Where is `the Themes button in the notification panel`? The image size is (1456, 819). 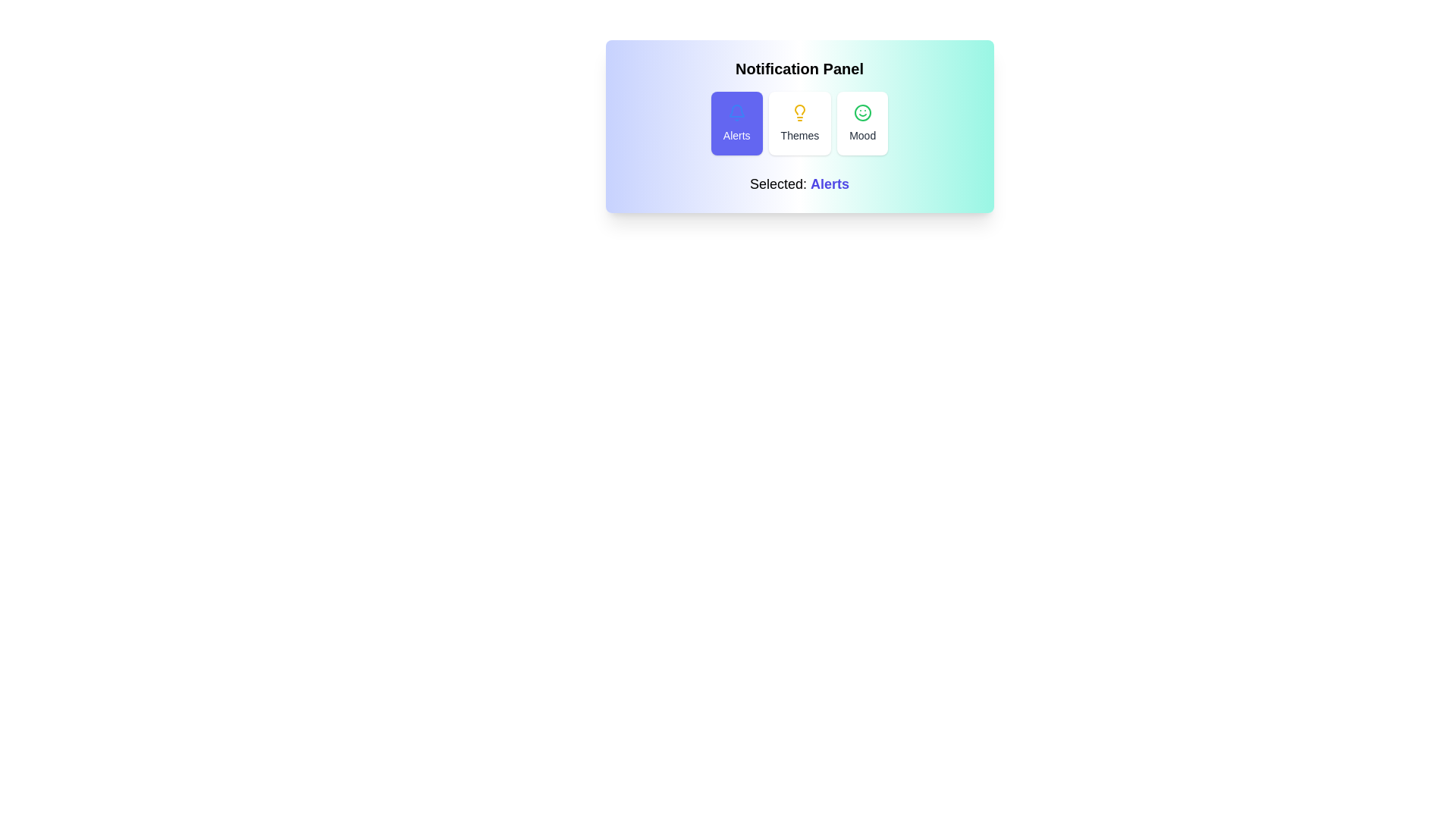
the Themes button in the notification panel is located at coordinates (799, 122).